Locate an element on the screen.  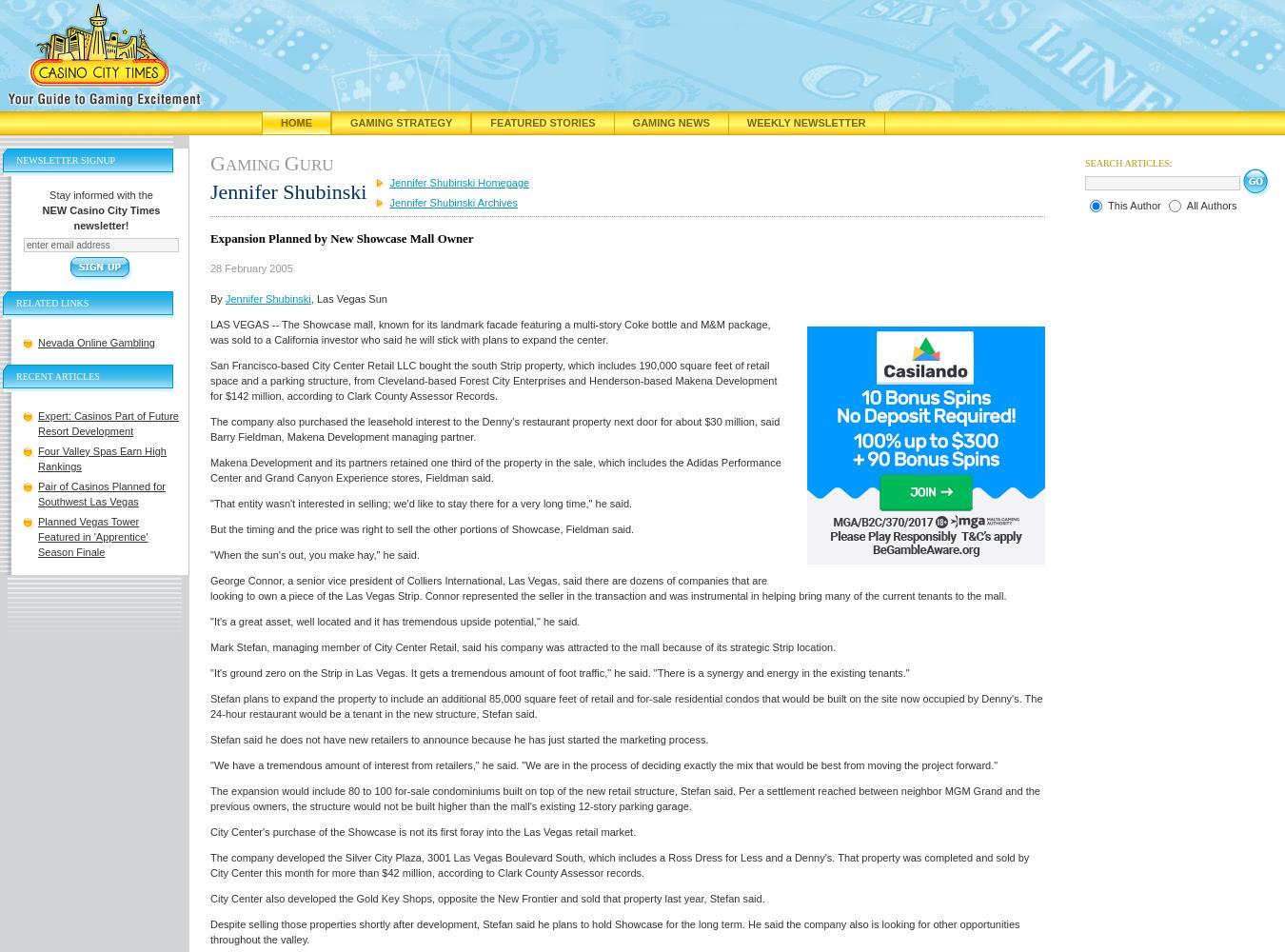
'"That entity wasn't interested in selling; we'd like to stay there for a very long time," he said.' is located at coordinates (421, 503).